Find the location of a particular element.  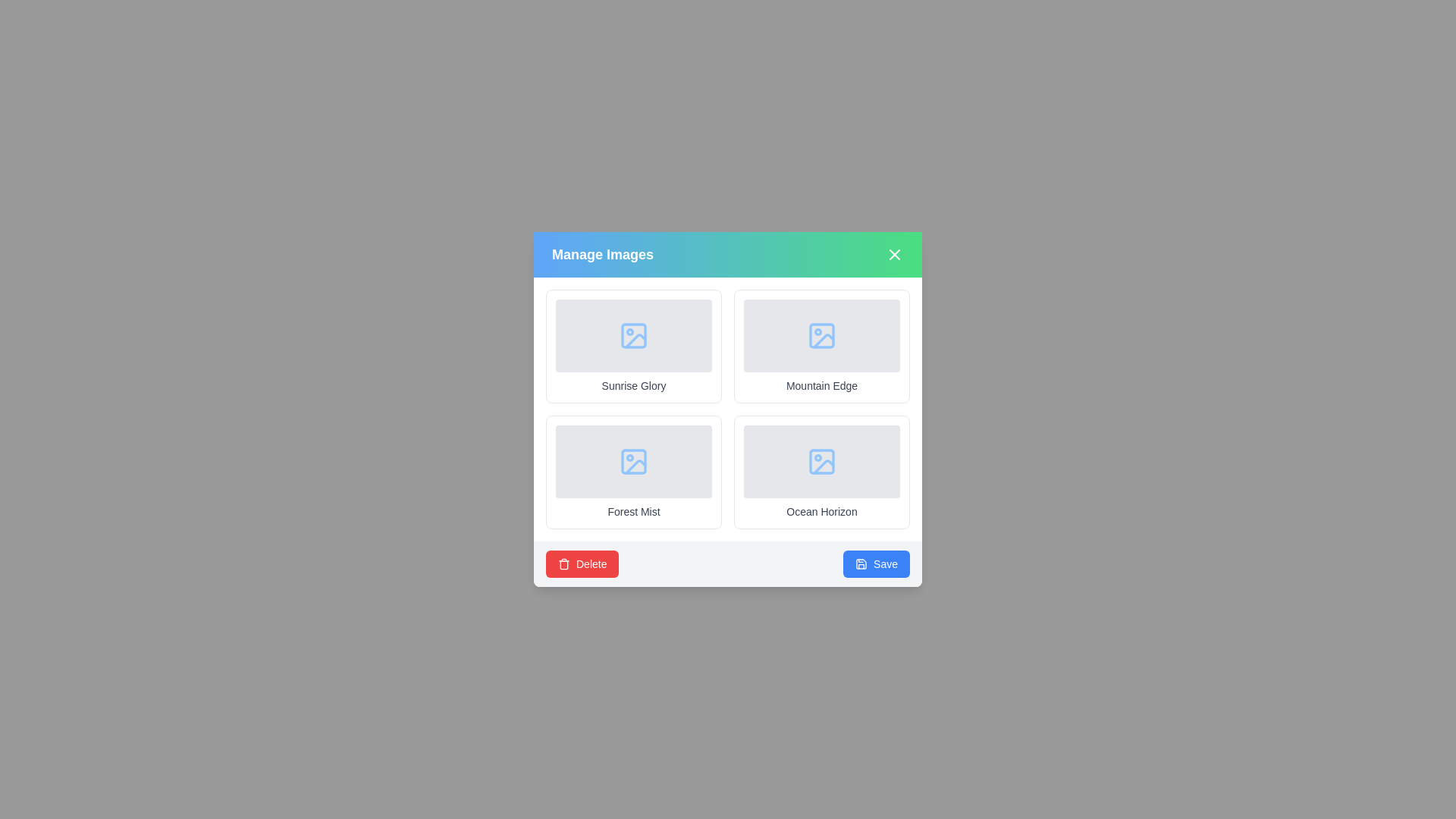

the small button with an 'X' icon, styled with a green gradient background, located at the top-right corner of the 'Manage Images' modal header is located at coordinates (895, 253).